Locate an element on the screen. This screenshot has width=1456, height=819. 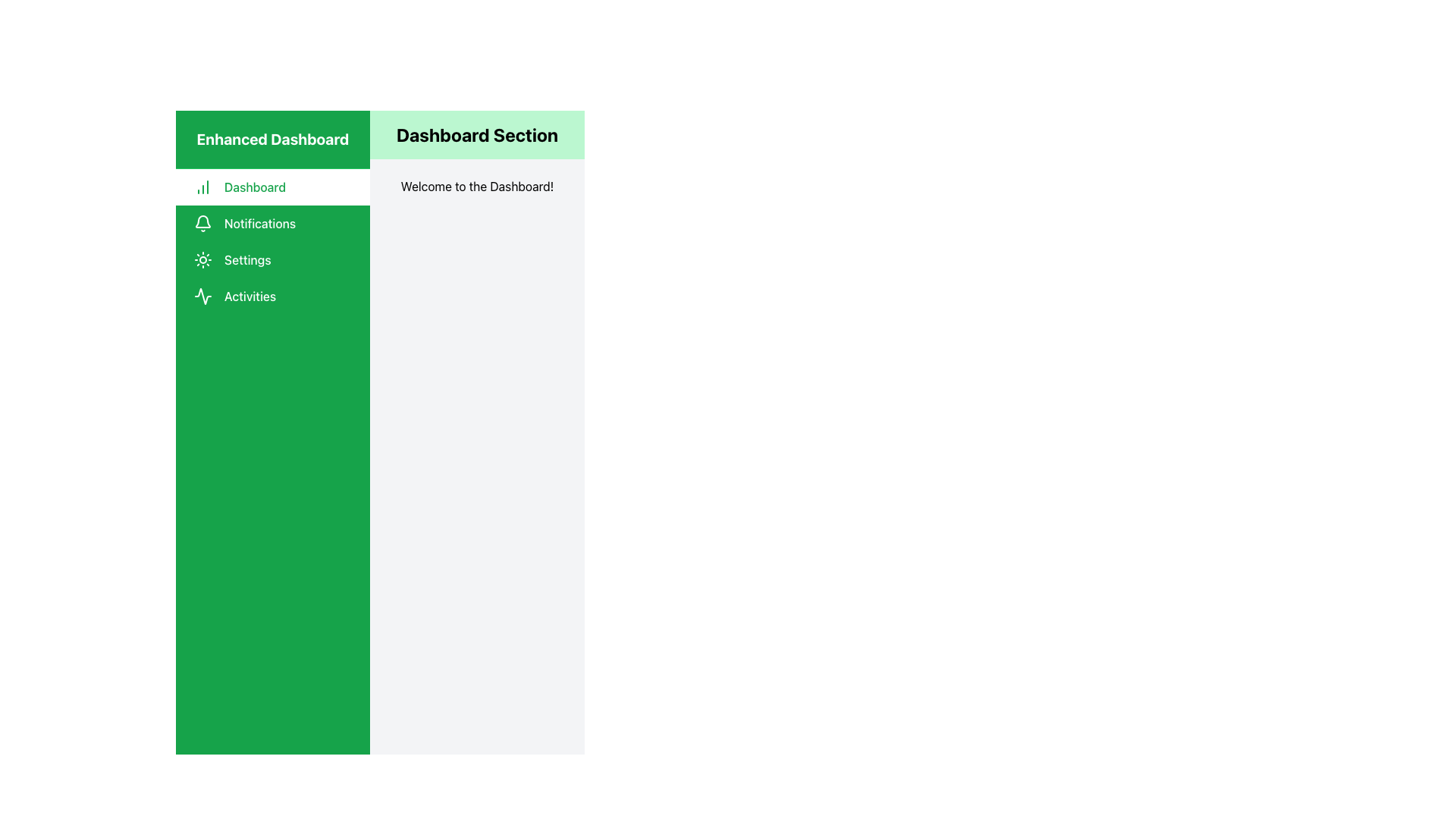
the second Text Label in the left-side vertical navigation menu, which is positioned below the 'Dashboard' entry and above the 'Settings' entry is located at coordinates (260, 223).